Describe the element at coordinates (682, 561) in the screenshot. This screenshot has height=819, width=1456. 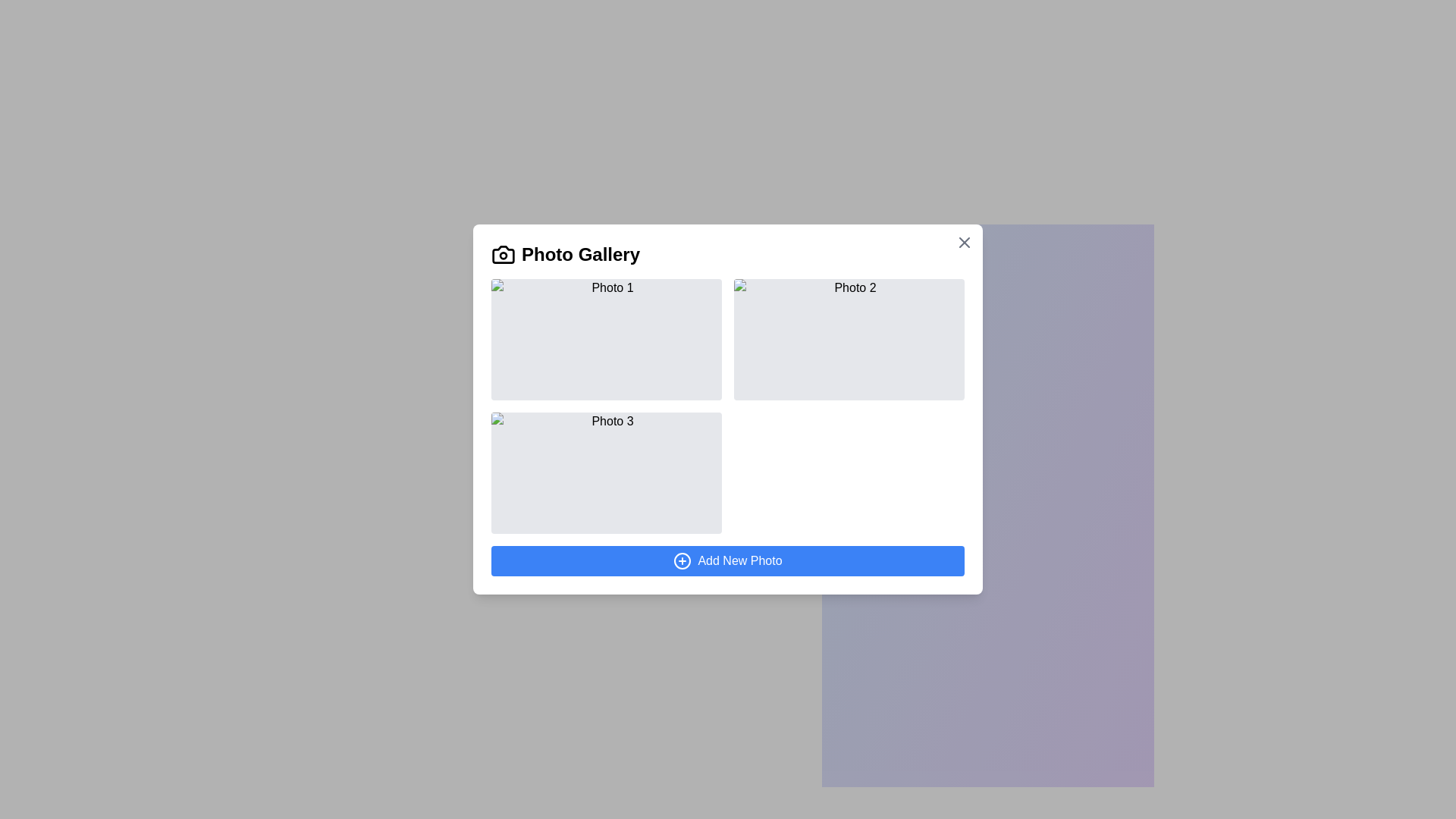
I see `the circular icon with a plus sign located on the left side of the 'Add New Photo' button` at that location.